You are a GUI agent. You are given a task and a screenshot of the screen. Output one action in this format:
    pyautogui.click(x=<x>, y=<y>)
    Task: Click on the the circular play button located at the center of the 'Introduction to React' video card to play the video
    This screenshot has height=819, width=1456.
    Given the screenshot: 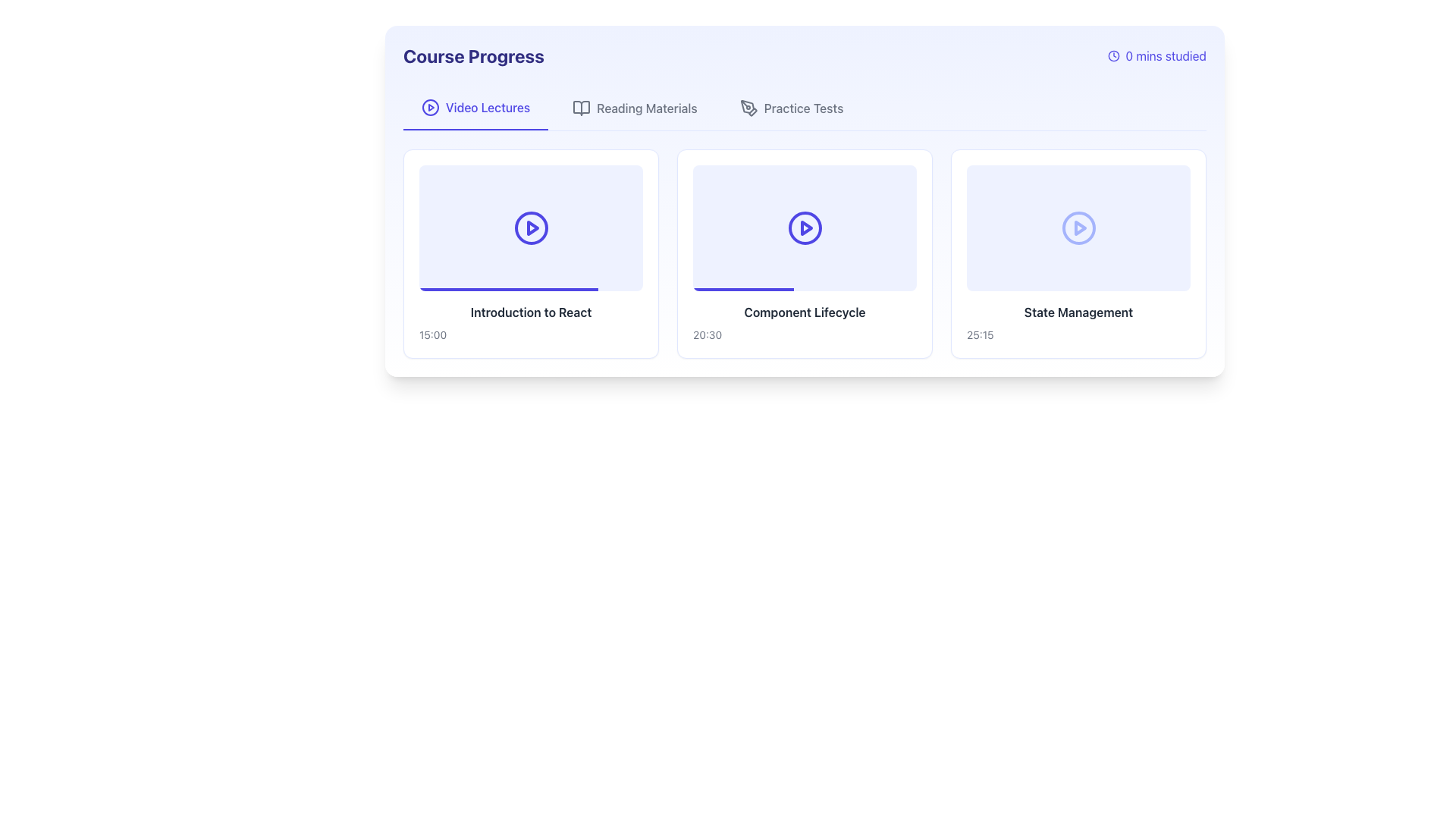 What is the action you would take?
    pyautogui.click(x=531, y=227)
    